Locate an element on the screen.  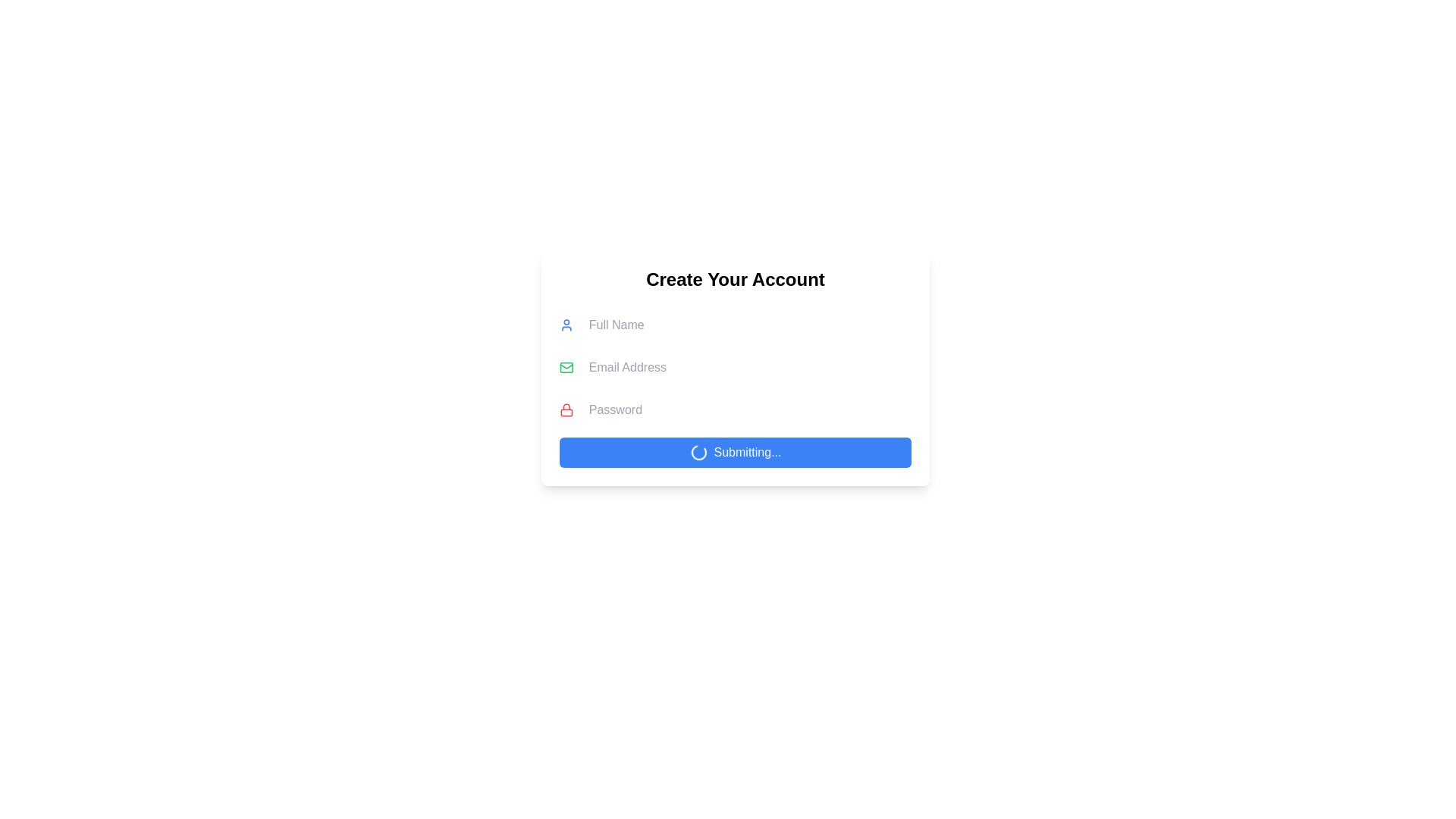
the small red lock icon located to the left of the 'Password' text input field in the 'Create Your Account' form is located at coordinates (566, 409).